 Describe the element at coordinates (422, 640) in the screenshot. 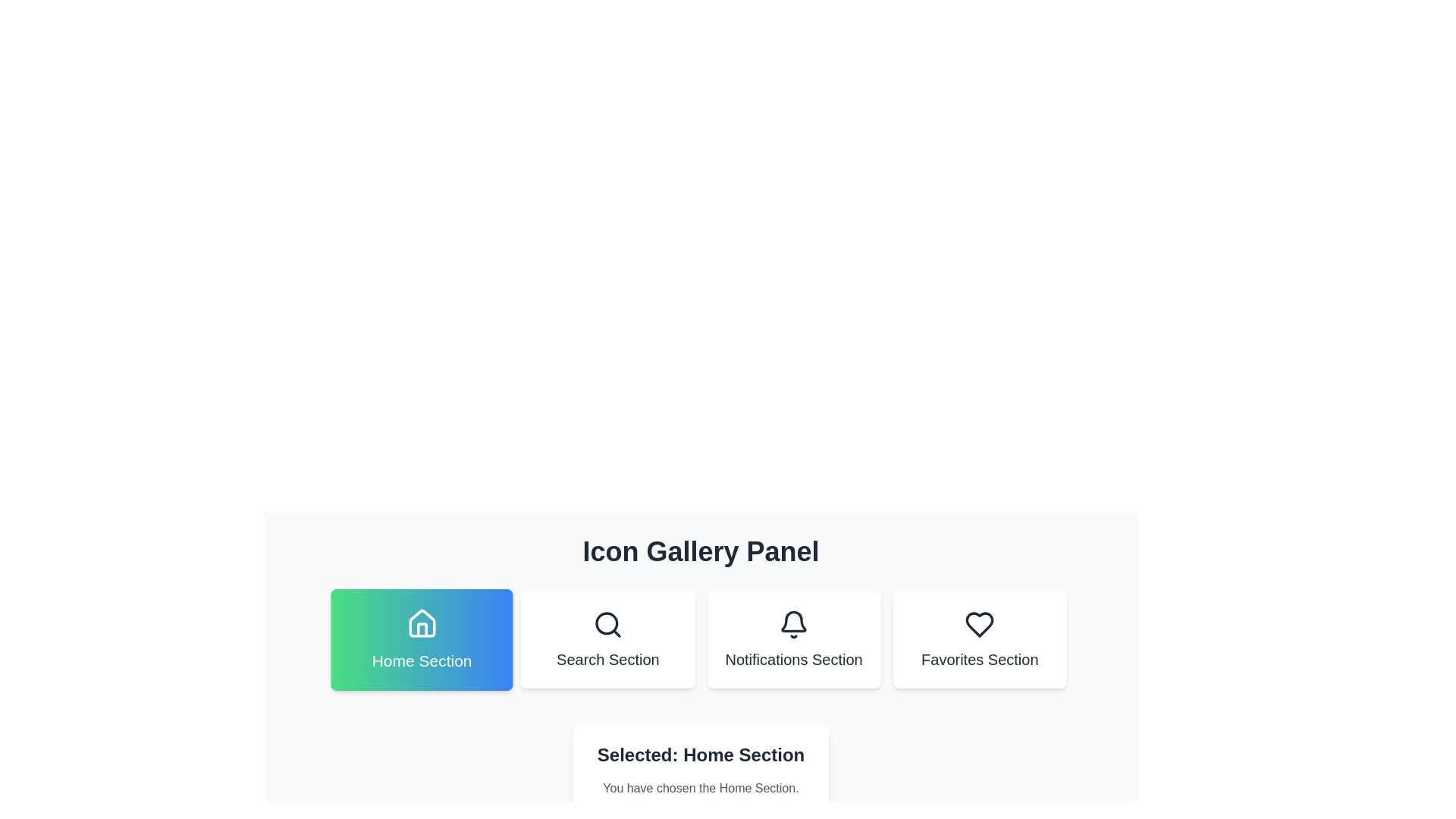

I see `the 'Home Section' button, which is the first card in the grid layout of the 'Icon Gallery Panel'` at that location.